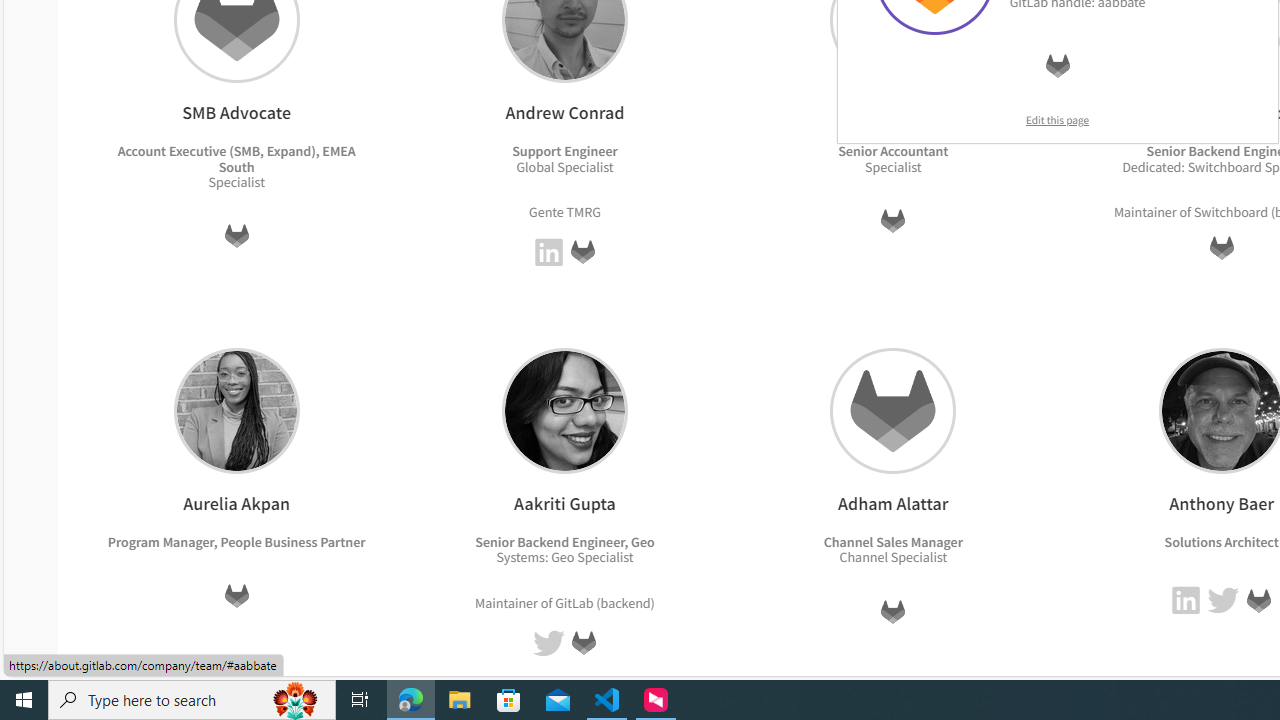 This screenshot has width=1280, height=720. I want to click on 'Aakriti Gupta', so click(563, 409).